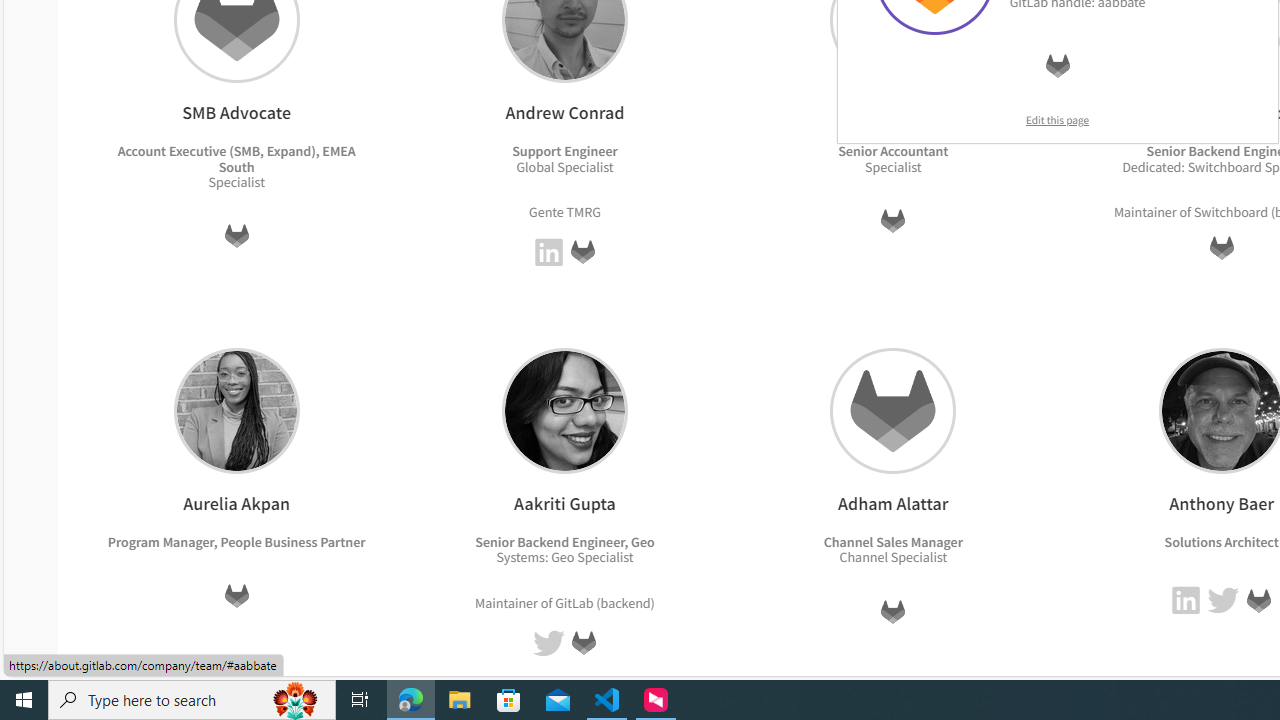 This screenshot has width=1280, height=720. I want to click on 'Aakriti Gupta', so click(563, 409).